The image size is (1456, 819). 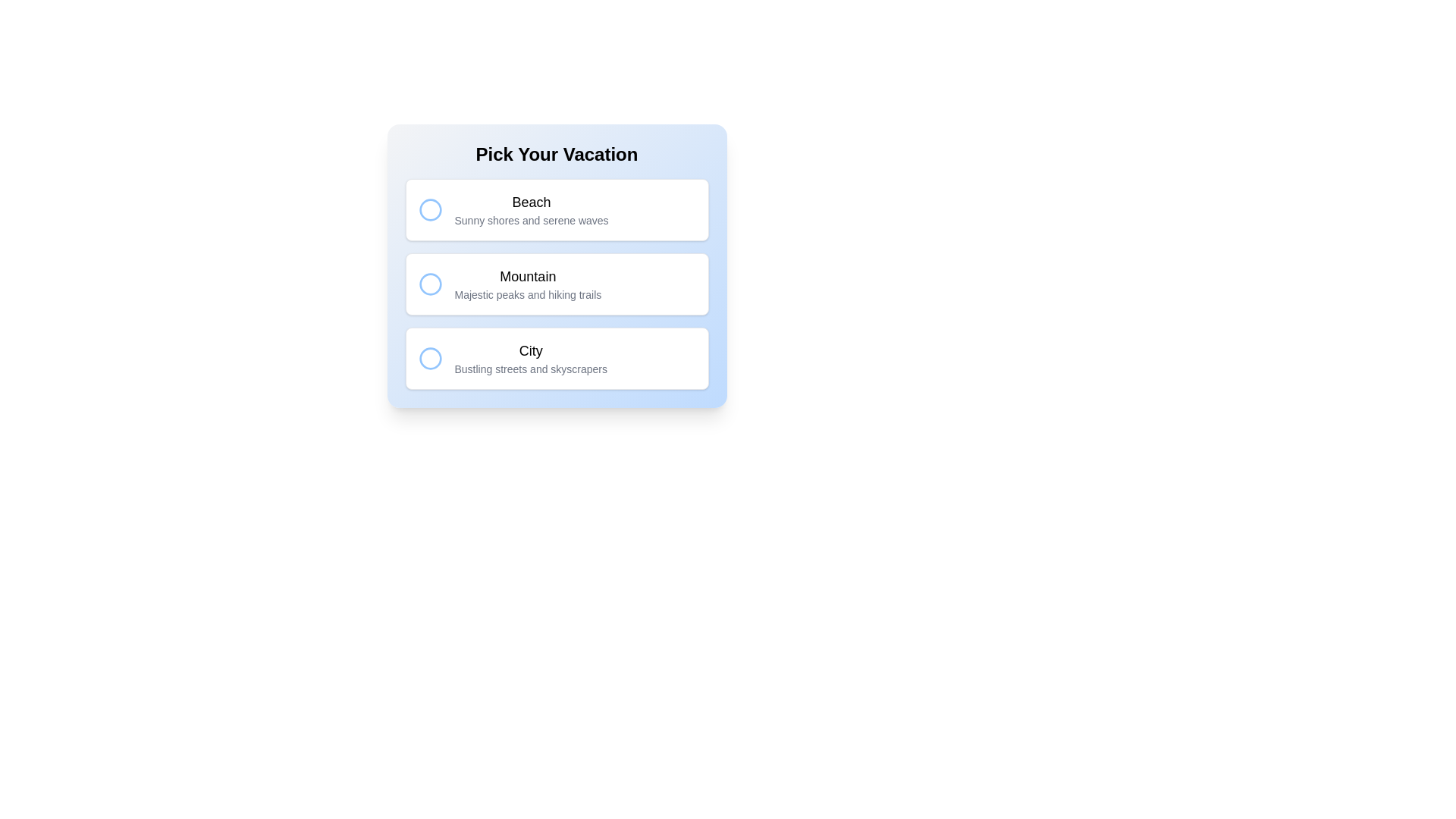 What do you see at coordinates (556, 359) in the screenshot?
I see `the Selectable card labeled 'City'` at bounding box center [556, 359].